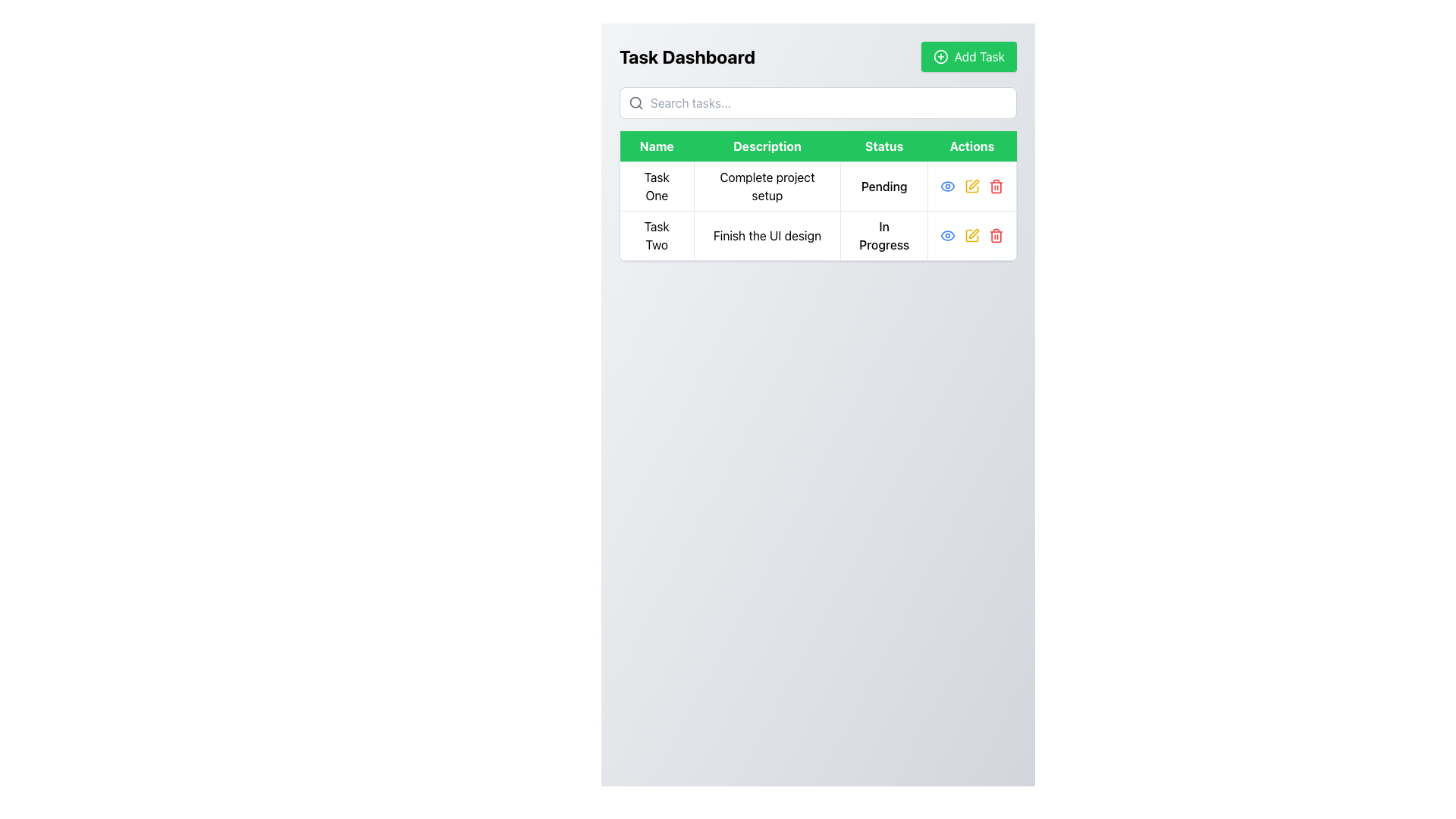 The width and height of the screenshot is (1456, 819). Describe the element at coordinates (946, 186) in the screenshot. I see `the first interactive icon in the 'Actions' column of the second row, adjacent to the 'Pending' status` at that location.